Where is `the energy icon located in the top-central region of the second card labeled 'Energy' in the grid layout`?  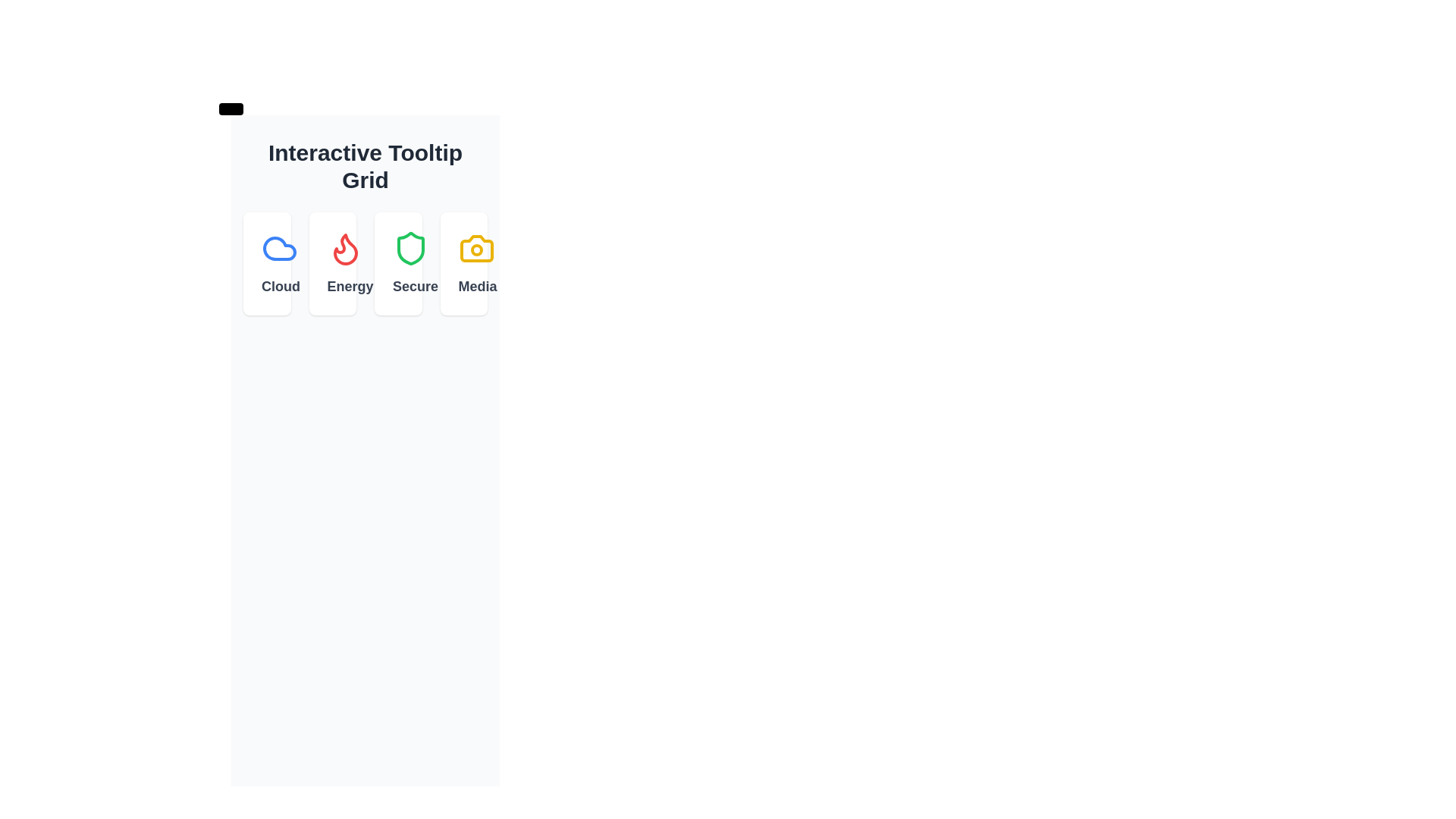
the energy icon located in the top-central region of the second card labeled 'Energy' in the grid layout is located at coordinates (344, 248).